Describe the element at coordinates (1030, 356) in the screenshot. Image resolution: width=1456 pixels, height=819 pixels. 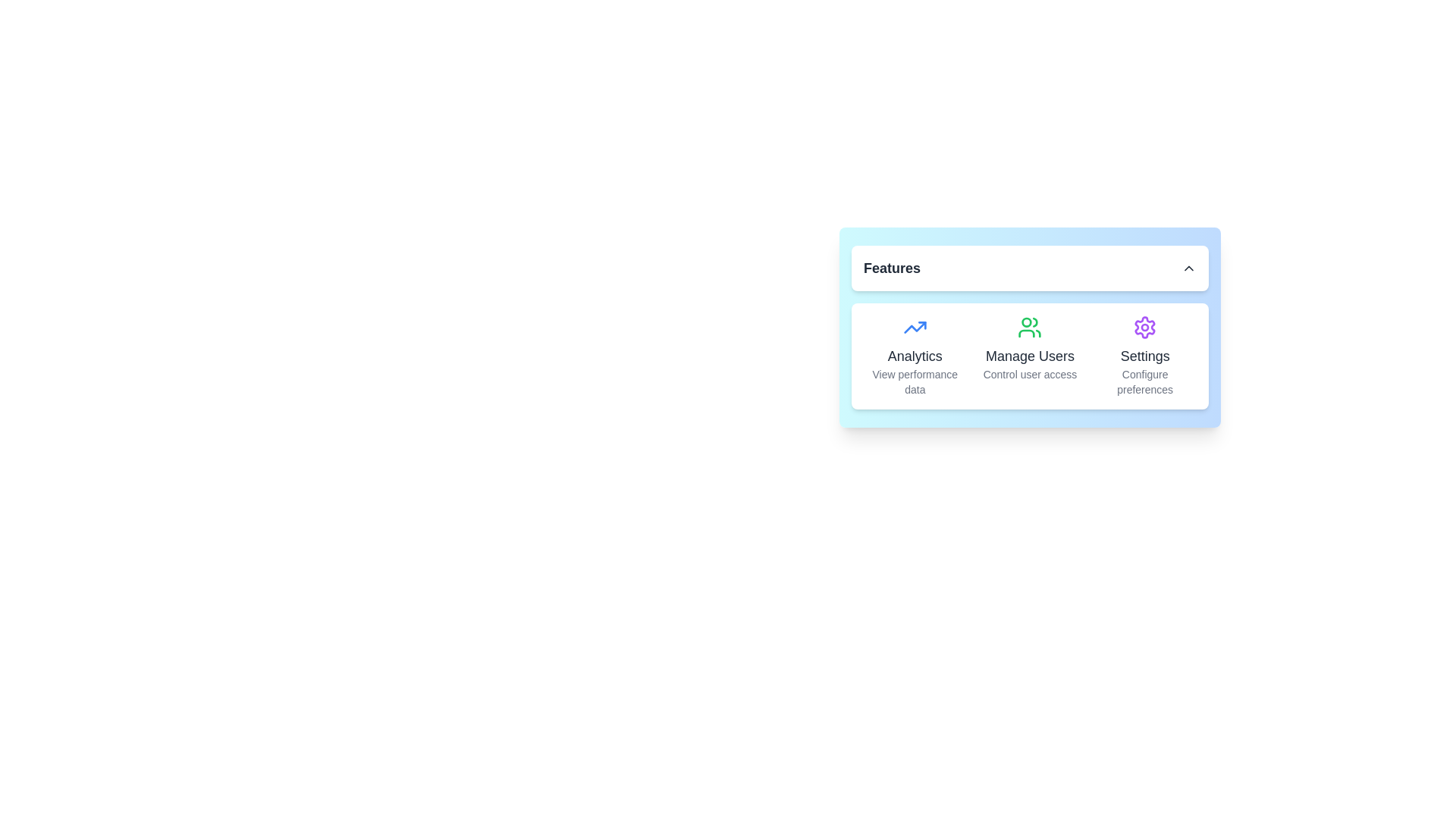
I see `the Navigation button located in the middle column of the features card` at that location.